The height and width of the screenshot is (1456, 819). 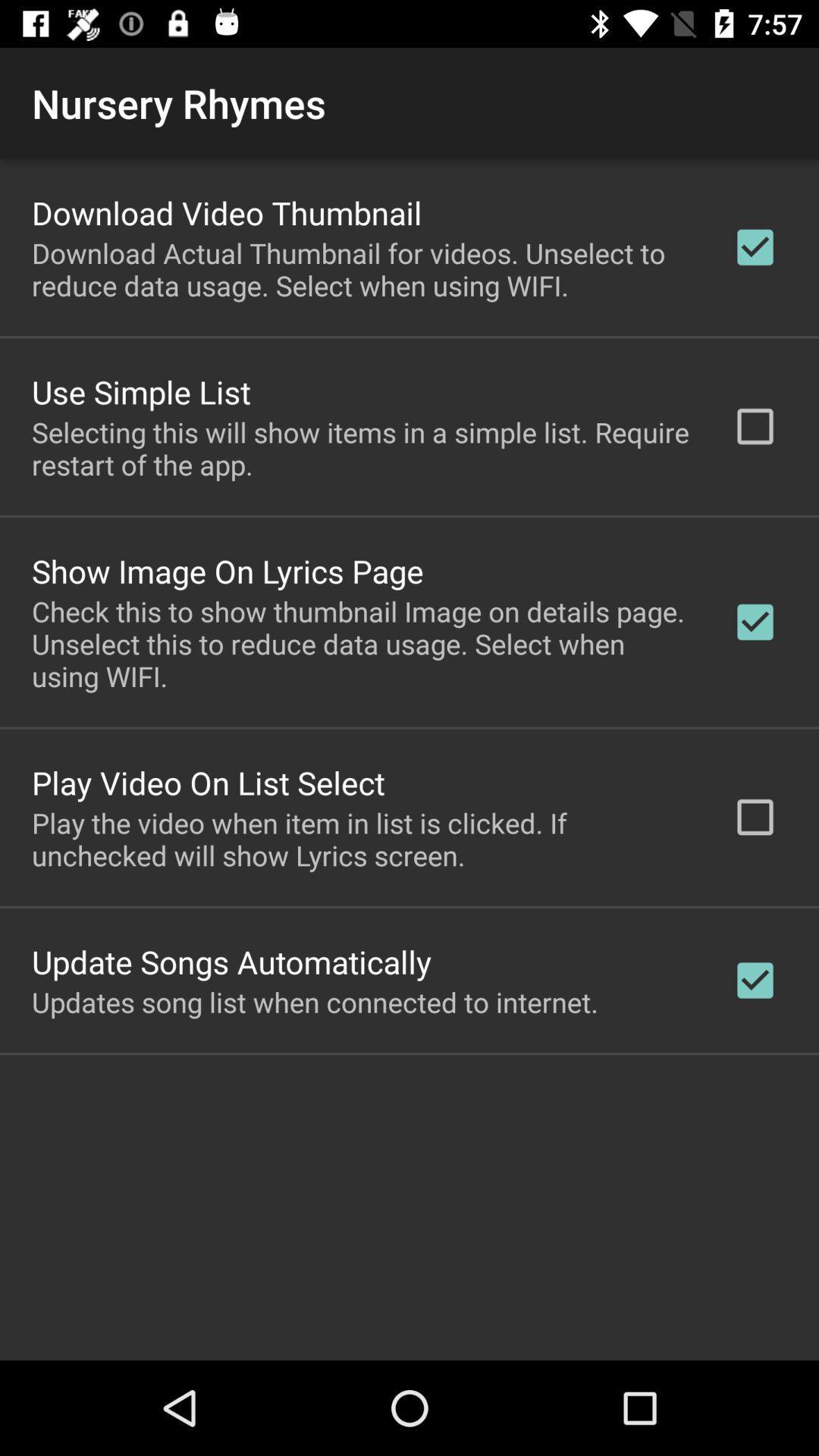 What do you see at coordinates (314, 1002) in the screenshot?
I see `the updates song list icon` at bounding box center [314, 1002].